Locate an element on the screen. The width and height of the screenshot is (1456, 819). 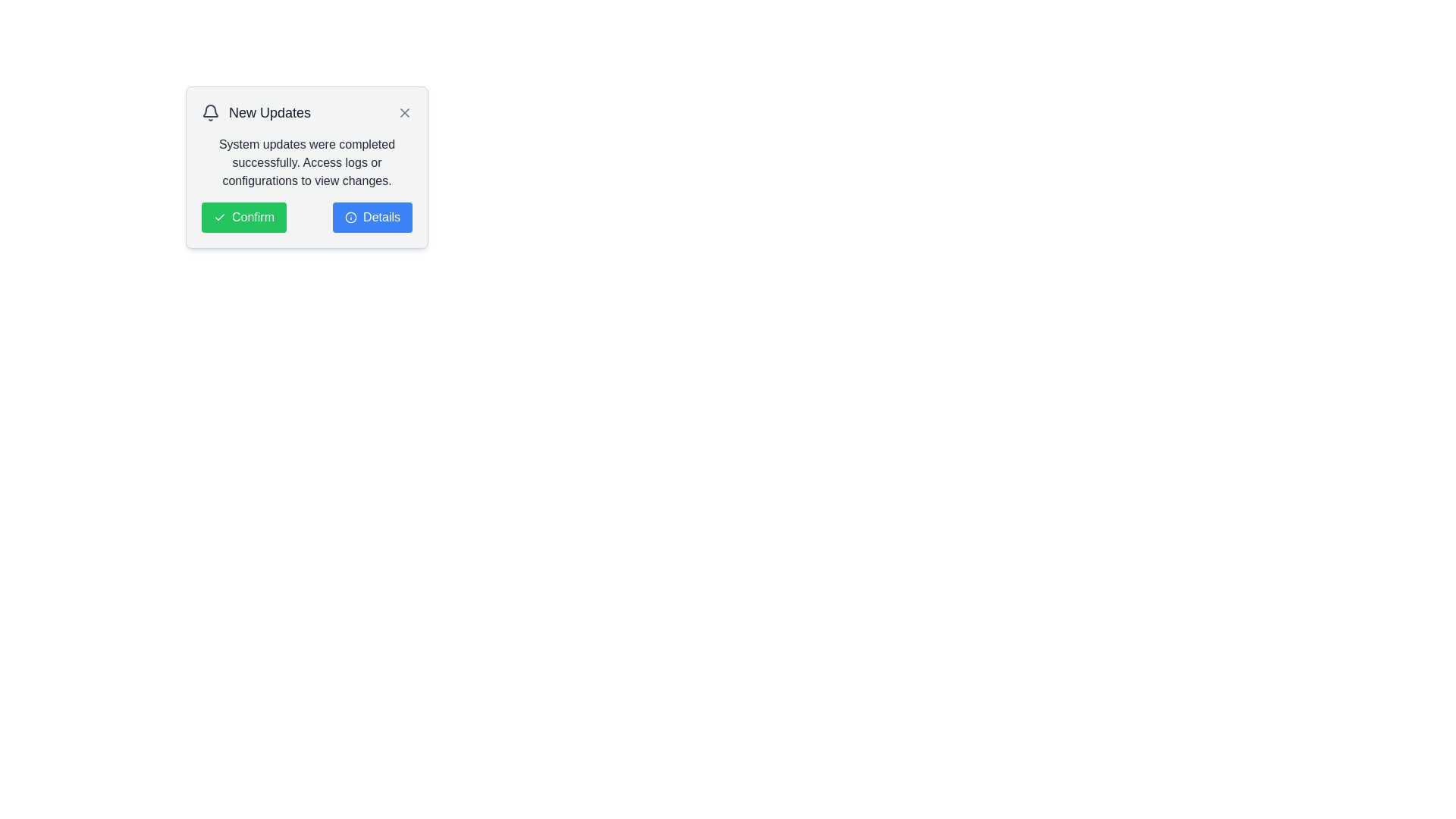
the informative text block that conveys messages about recent system updates, located below the title 'New Updates' and above the 'Confirm' and 'Details' buttons is located at coordinates (306, 163).